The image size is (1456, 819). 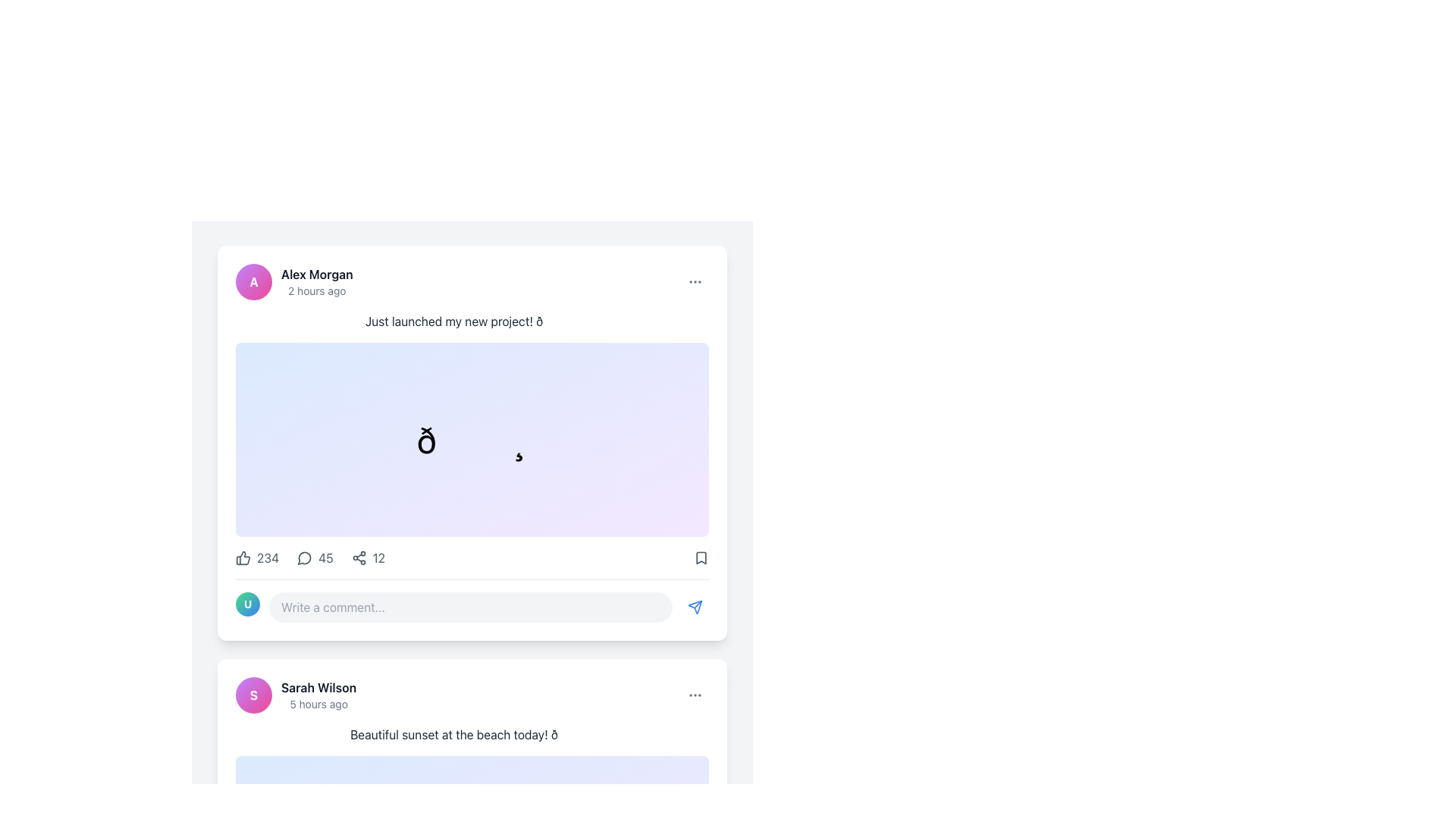 What do you see at coordinates (325, 558) in the screenshot?
I see `the numeric text '45' displayed in gray sans-serif font, located beside a speech bubble icon within the social interaction controls at the bottom of the post card layout` at bounding box center [325, 558].